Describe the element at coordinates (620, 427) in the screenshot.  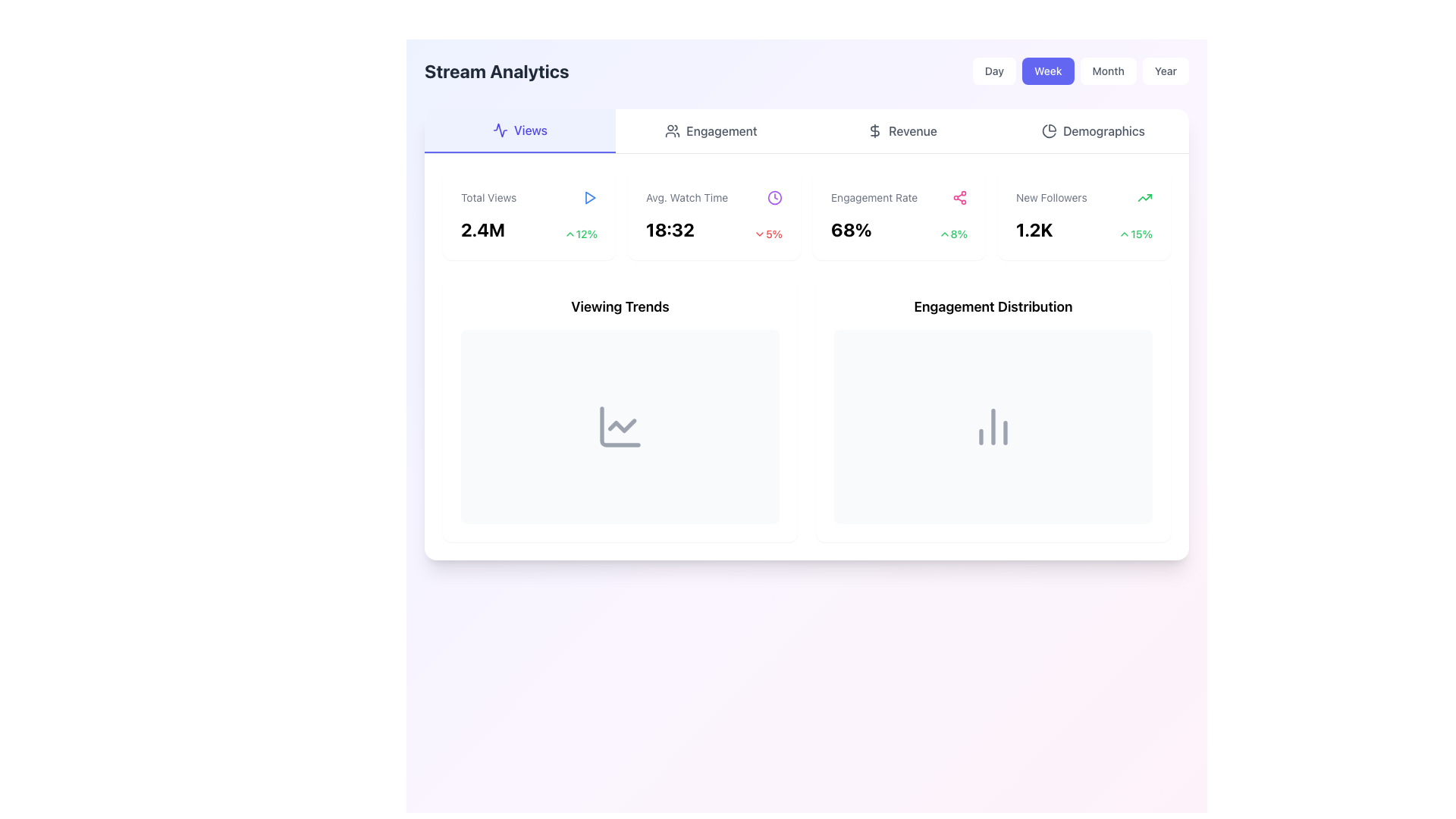
I see `the SVG image icon illustrating a line chart with a gray stroke color, located centrally within a large rounded rectangle box in the left panel under 'Viewing Trends'` at that location.